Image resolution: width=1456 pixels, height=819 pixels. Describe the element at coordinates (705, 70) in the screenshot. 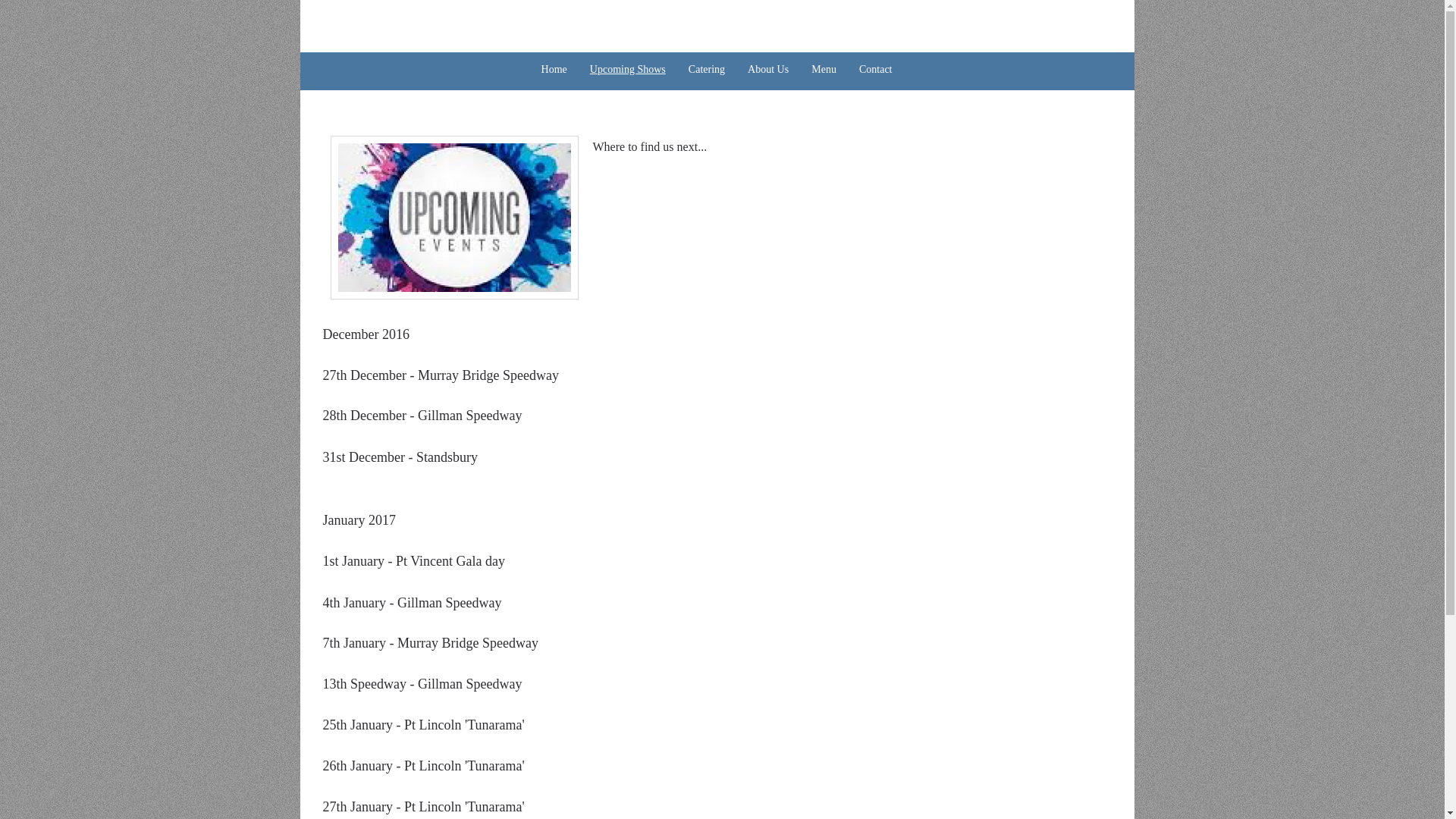

I see `'Catering'` at that location.